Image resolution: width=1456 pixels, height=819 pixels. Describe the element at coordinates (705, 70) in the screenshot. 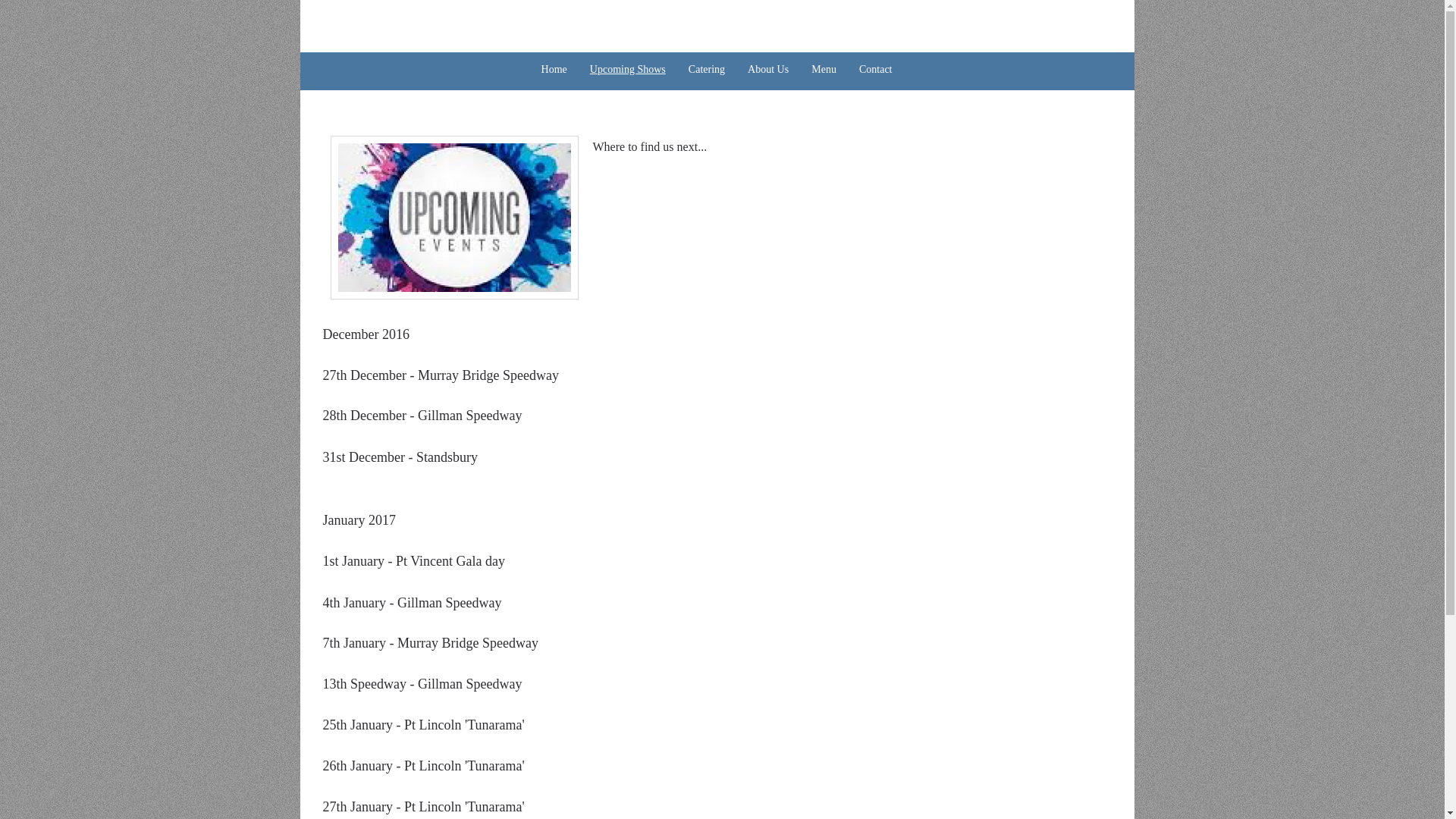

I see `'Catering'` at that location.